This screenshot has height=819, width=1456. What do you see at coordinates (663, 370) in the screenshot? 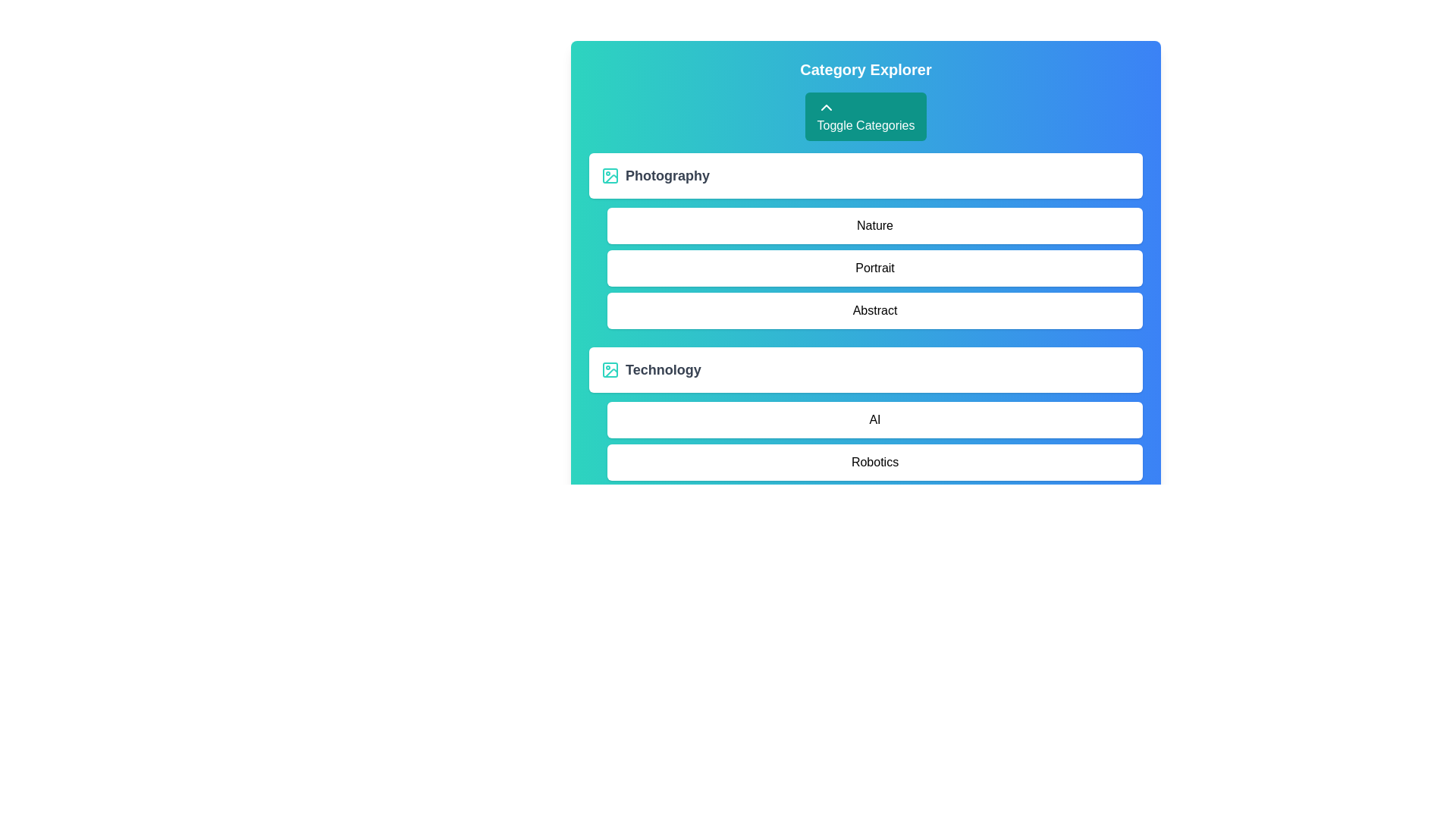
I see `the category title Technology to focus on it` at bounding box center [663, 370].